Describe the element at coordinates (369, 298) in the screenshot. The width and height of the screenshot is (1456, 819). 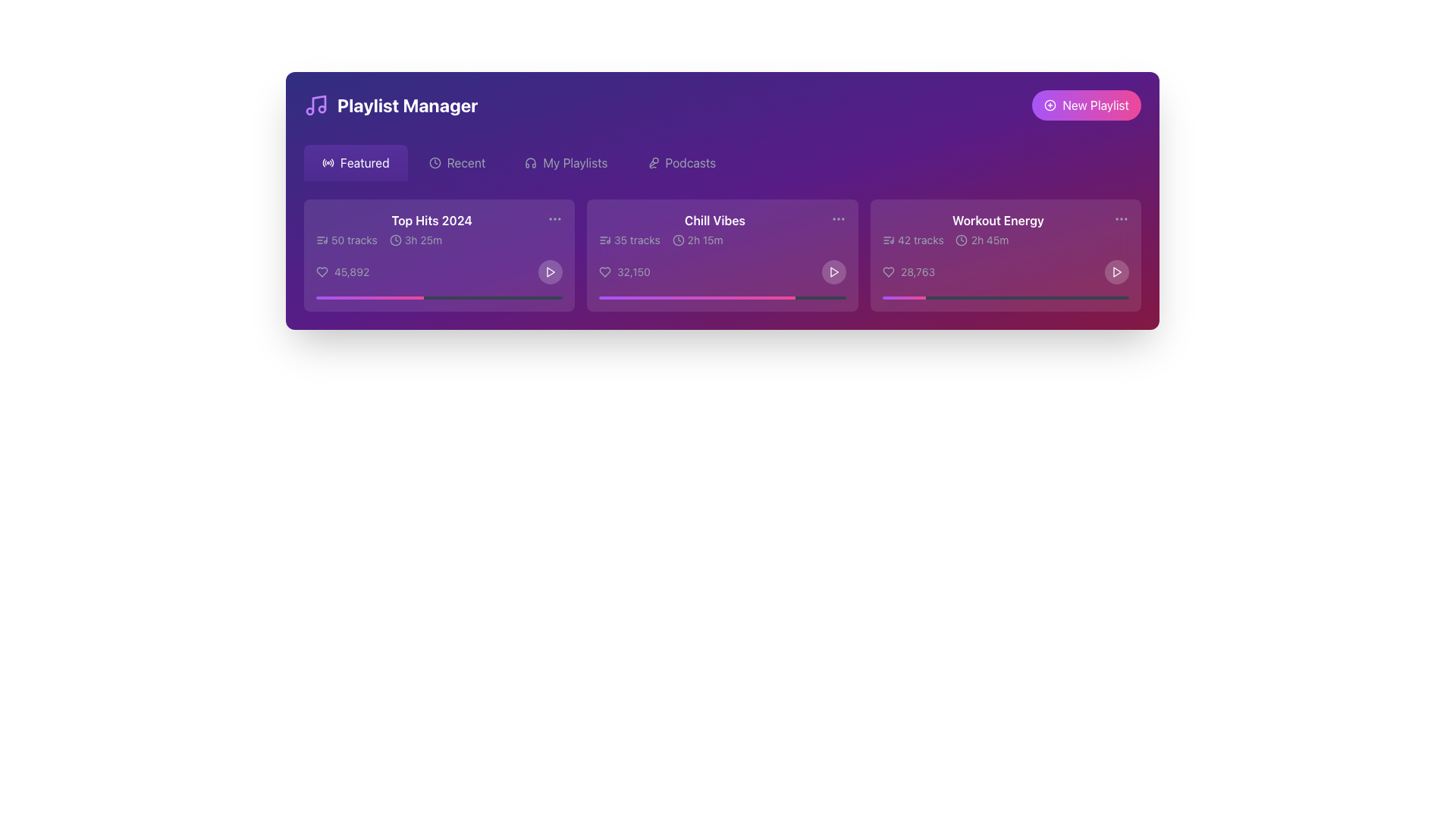
I see `the progress bar segment located near the bottom of the 'Top Hits 2024' section, which visually indicates the progress of a task, filling 43.6% of its width` at that location.